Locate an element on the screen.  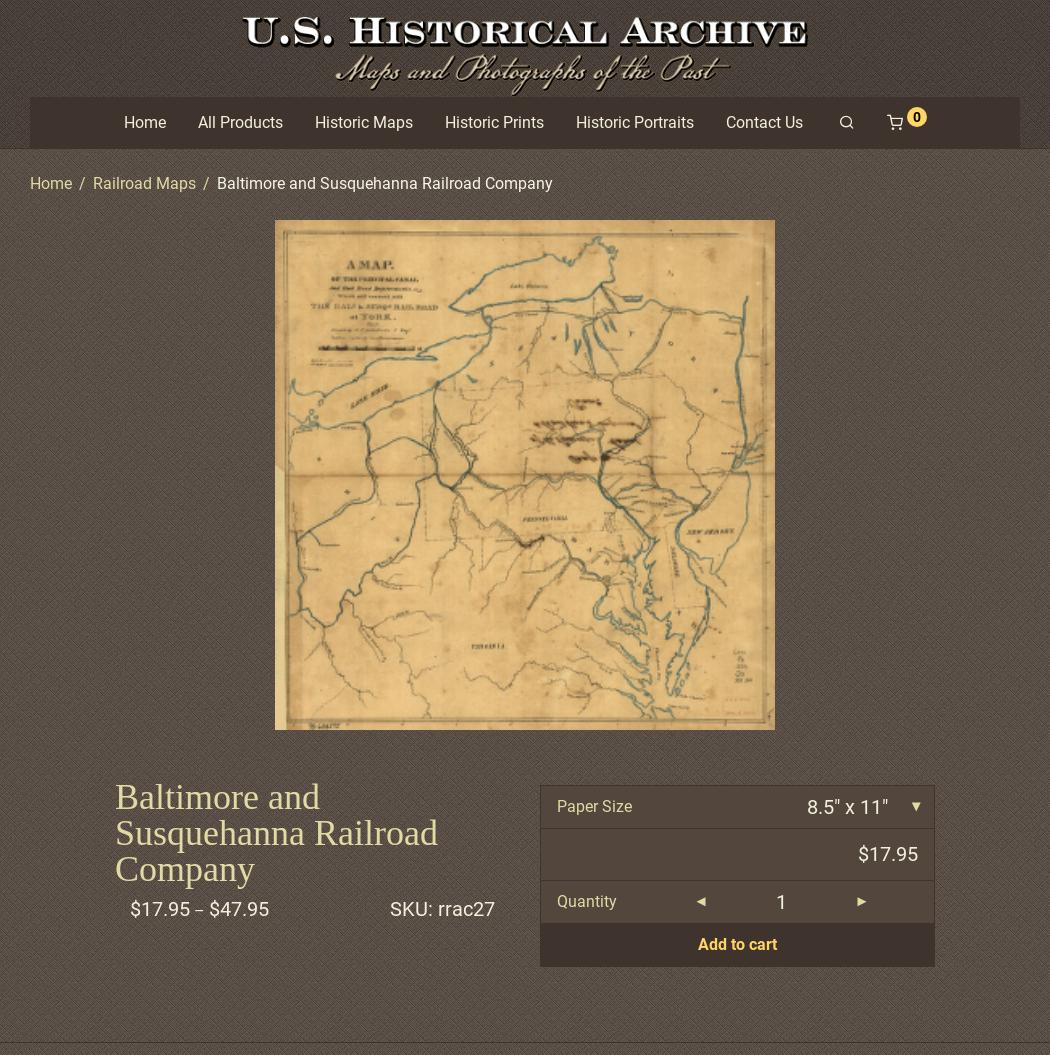
'47.95' is located at coordinates (244, 907).